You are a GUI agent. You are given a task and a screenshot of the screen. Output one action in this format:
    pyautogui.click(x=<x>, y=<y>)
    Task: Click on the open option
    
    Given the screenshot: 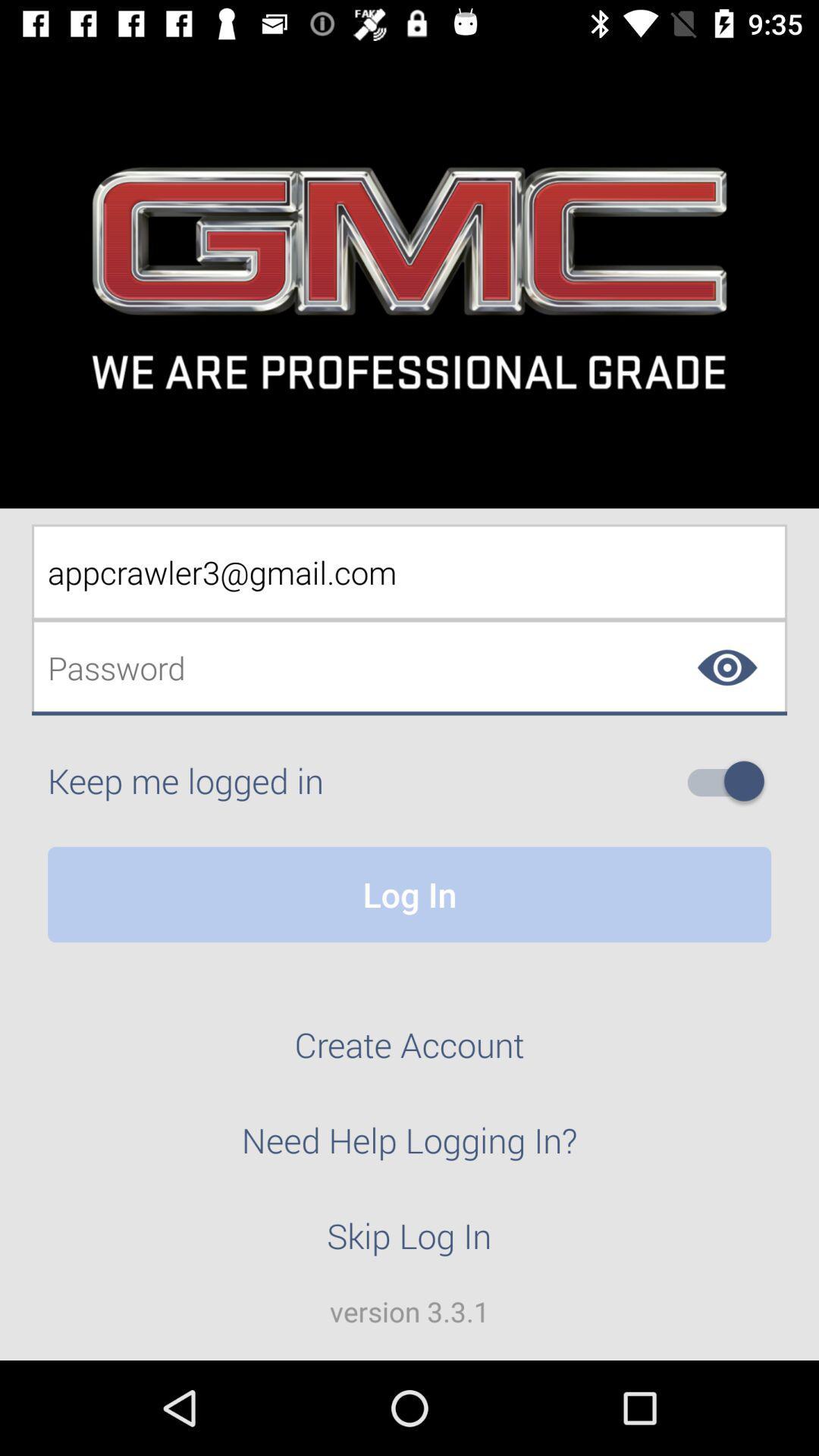 What is the action you would take?
    pyautogui.click(x=731, y=781)
    